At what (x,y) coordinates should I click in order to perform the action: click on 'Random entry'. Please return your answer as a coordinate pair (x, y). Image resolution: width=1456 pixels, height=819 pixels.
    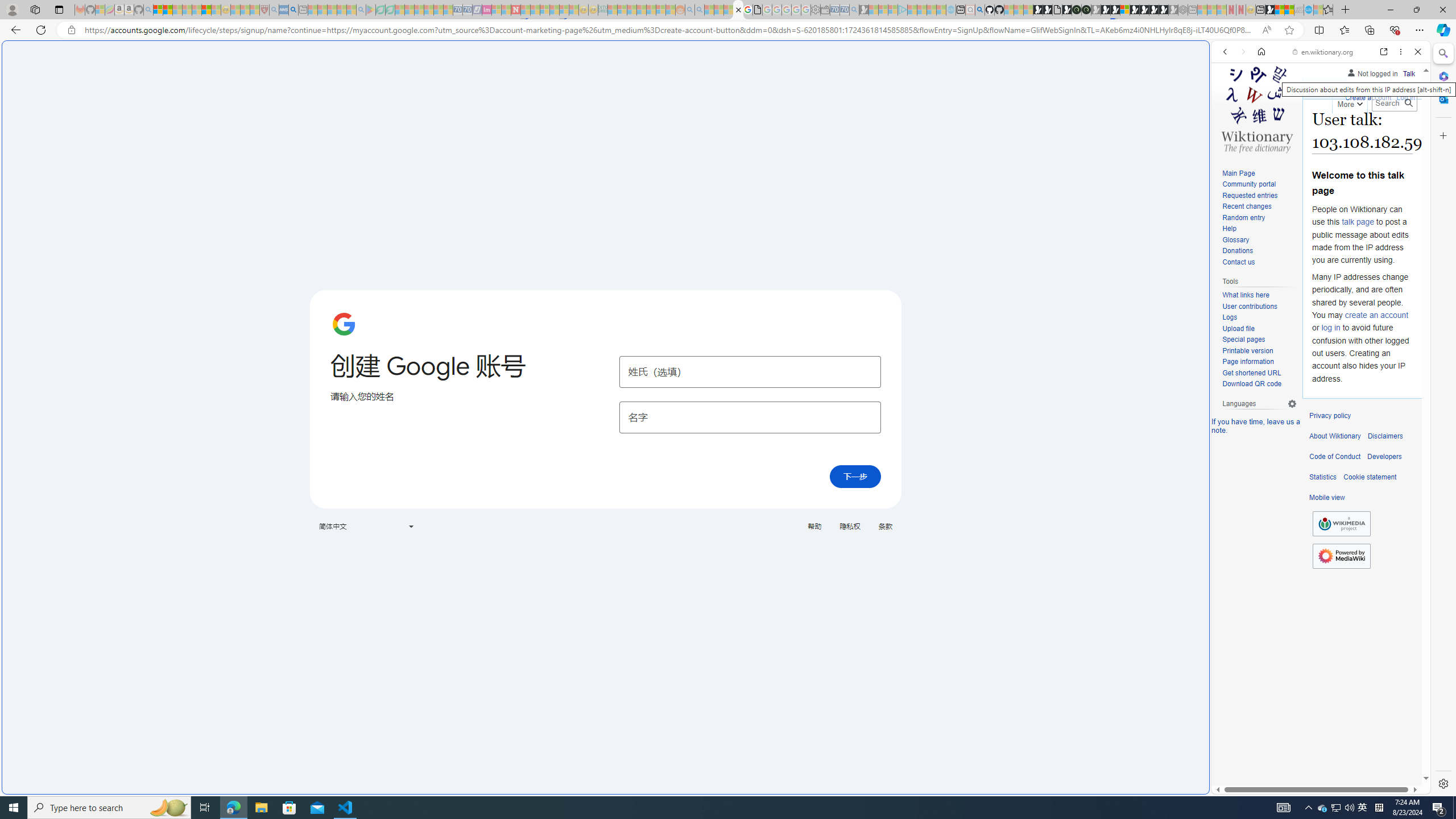
    Looking at the image, I should click on (1243, 217).